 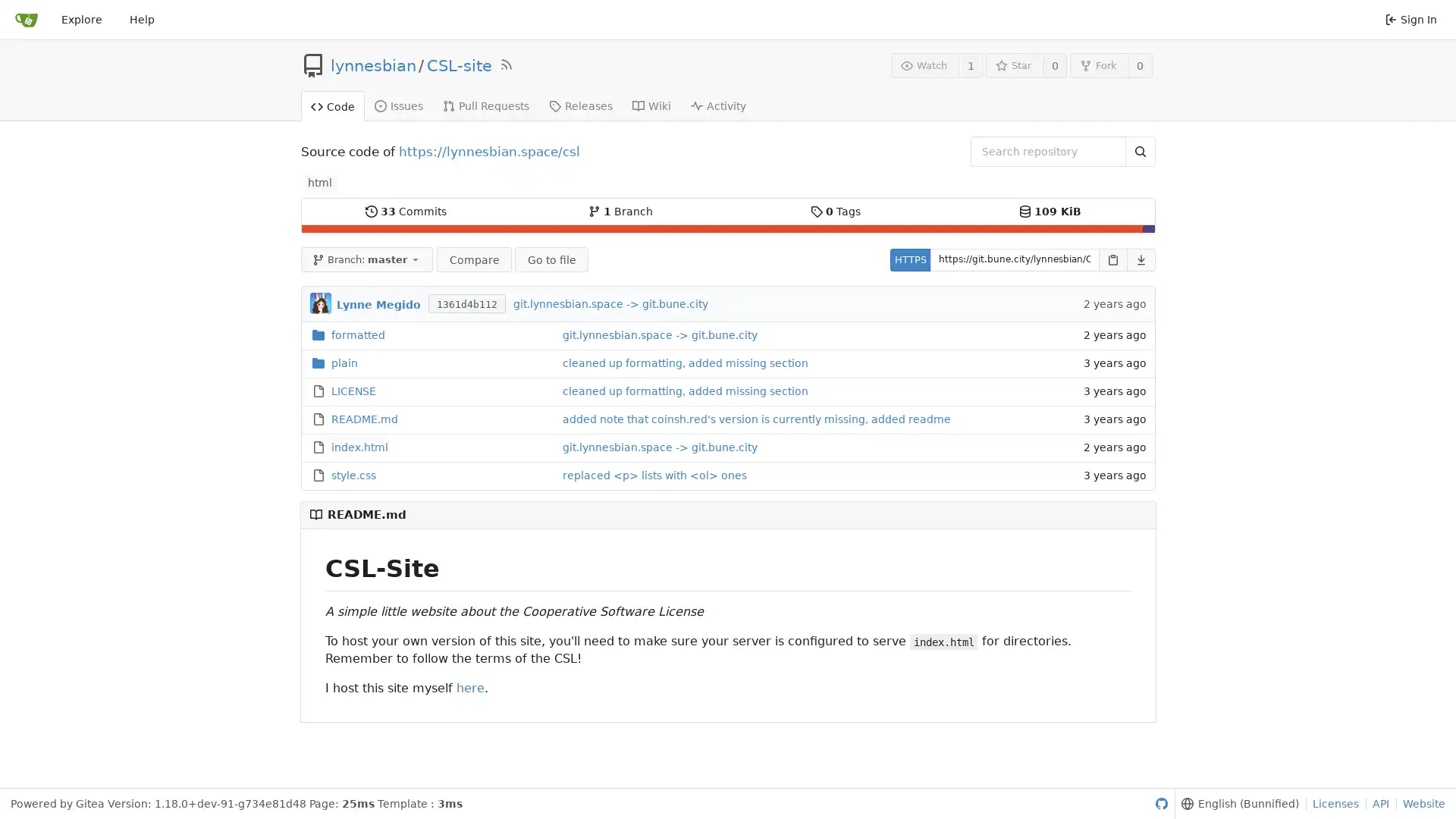 I want to click on Watch, so click(x=924, y=64).